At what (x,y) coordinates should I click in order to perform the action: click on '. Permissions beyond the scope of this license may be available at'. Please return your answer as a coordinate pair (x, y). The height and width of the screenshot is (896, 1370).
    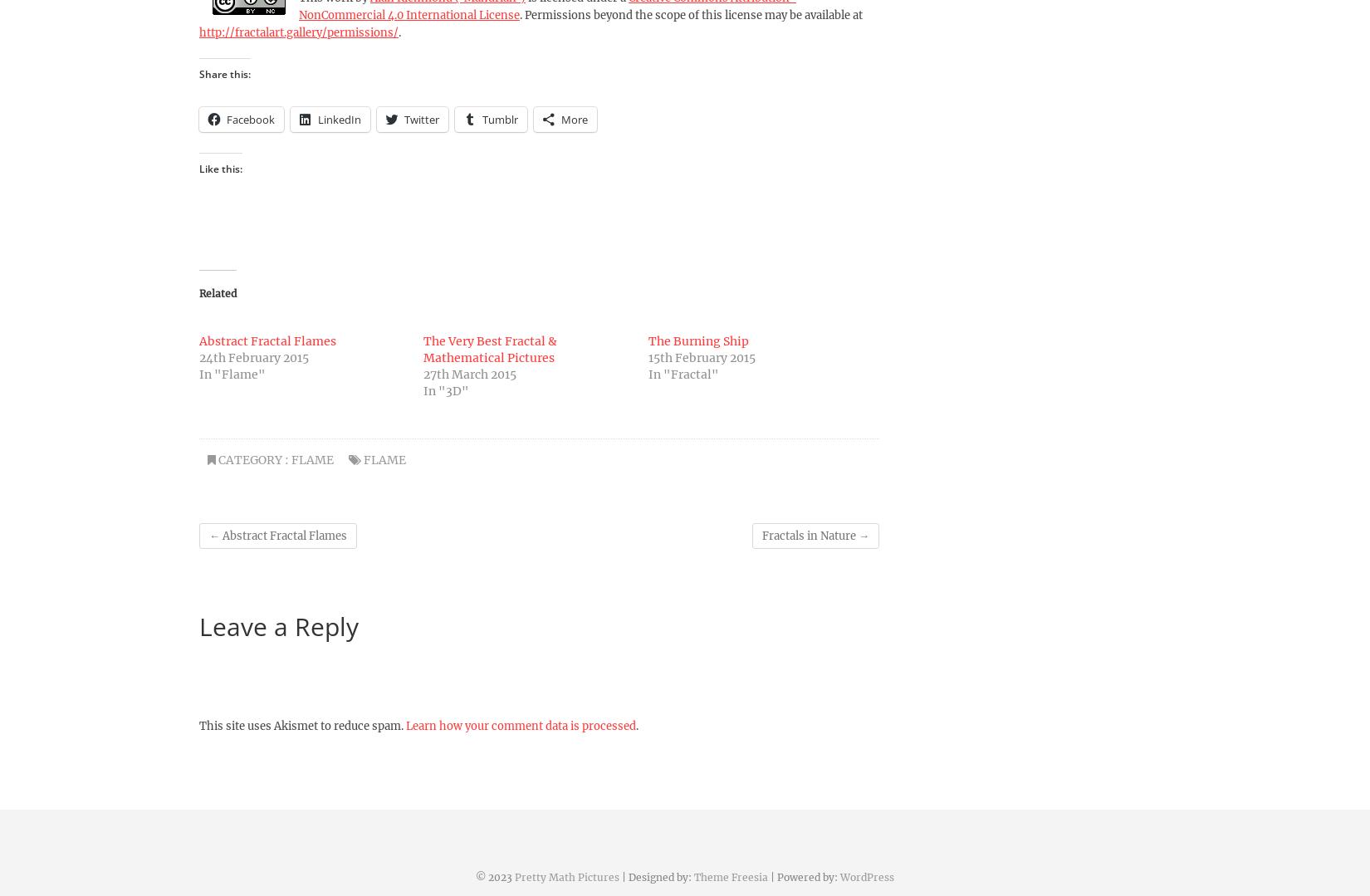
    Looking at the image, I should click on (519, 15).